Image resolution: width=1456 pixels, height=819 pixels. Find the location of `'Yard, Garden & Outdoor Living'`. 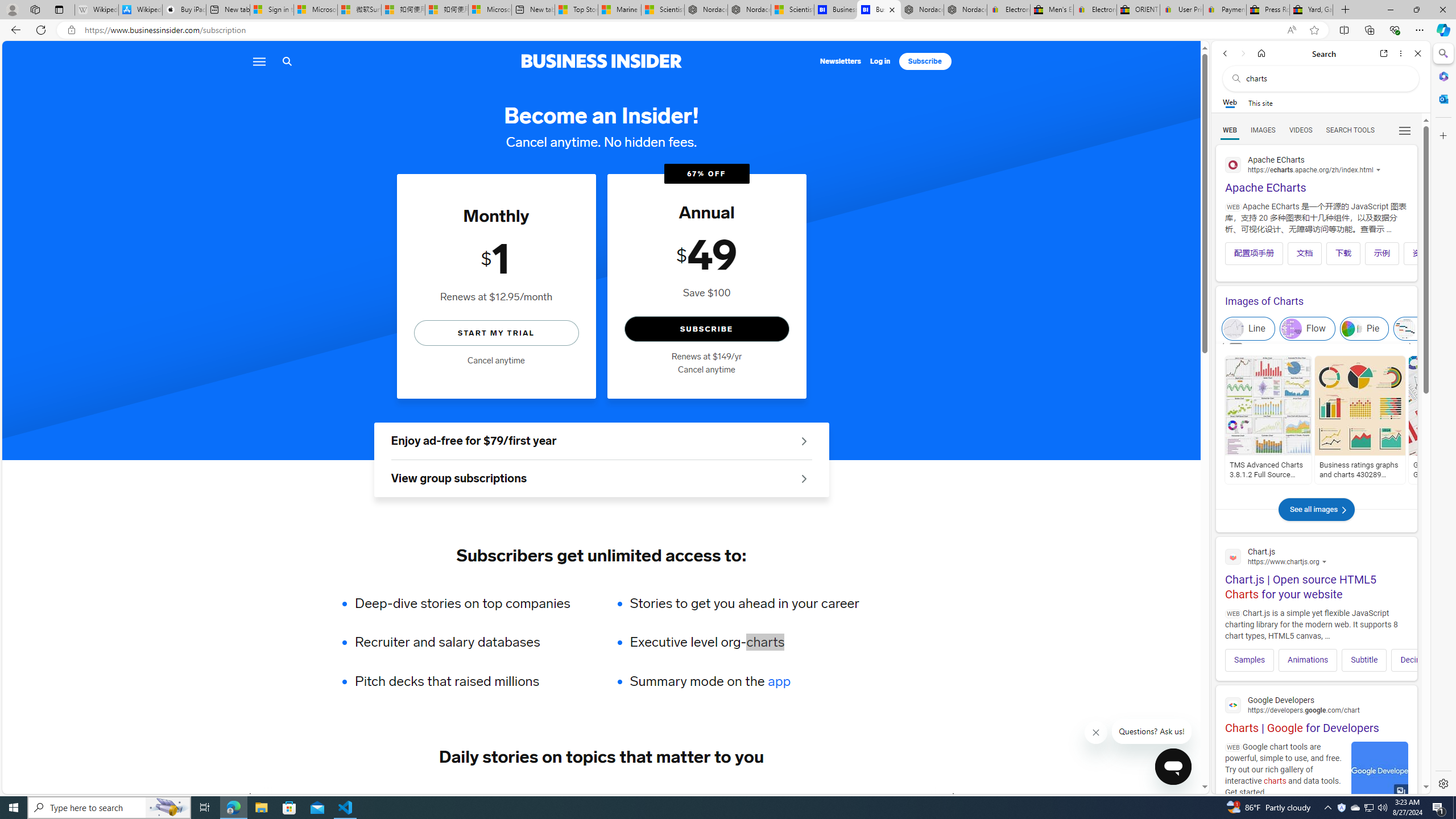

'Yard, Garden & Outdoor Living' is located at coordinates (1310, 9).